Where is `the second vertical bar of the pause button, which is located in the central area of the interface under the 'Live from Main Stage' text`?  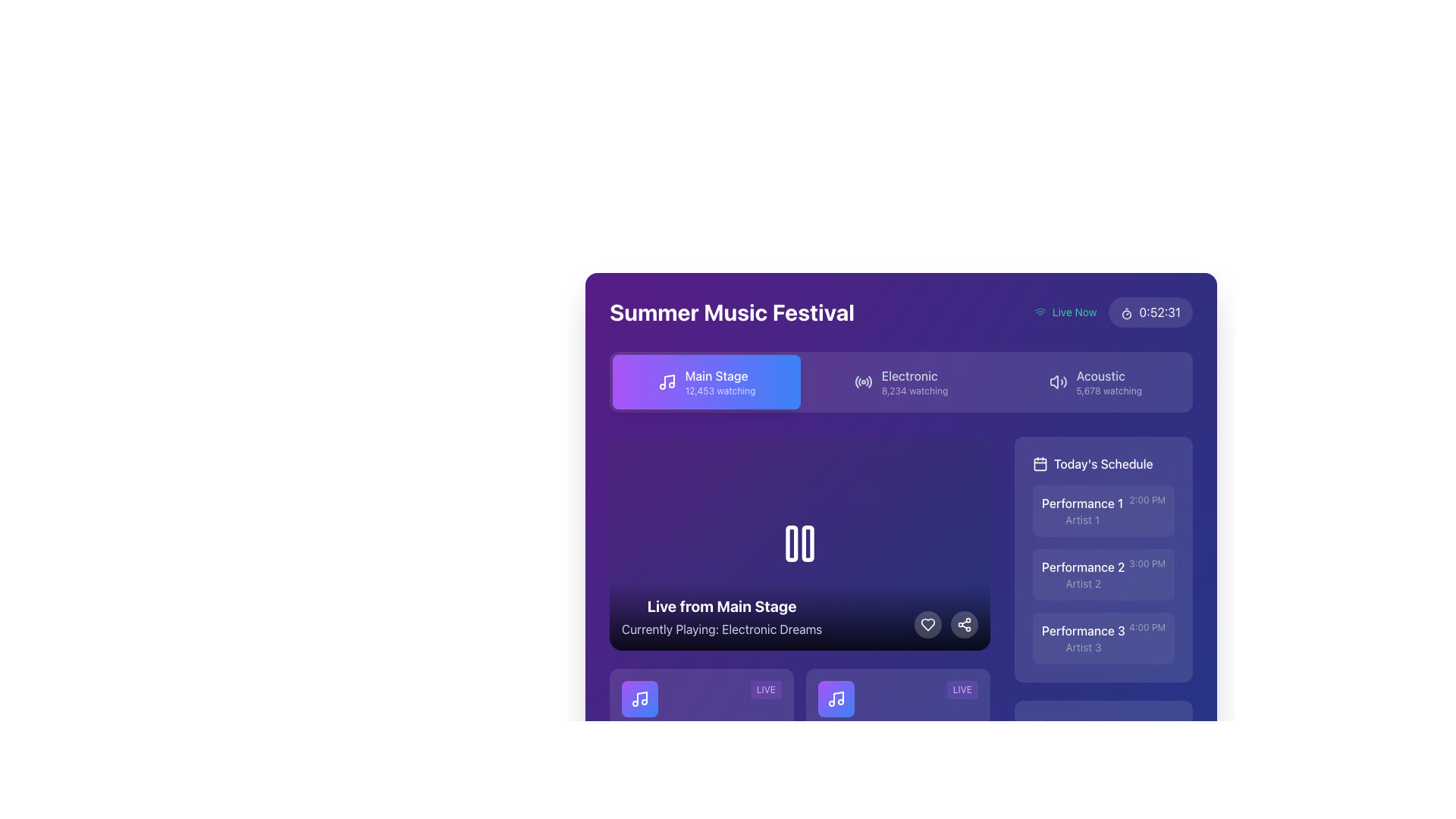
the second vertical bar of the pause button, which is located in the central area of the interface under the 'Live from Main Stage' text is located at coordinates (807, 543).